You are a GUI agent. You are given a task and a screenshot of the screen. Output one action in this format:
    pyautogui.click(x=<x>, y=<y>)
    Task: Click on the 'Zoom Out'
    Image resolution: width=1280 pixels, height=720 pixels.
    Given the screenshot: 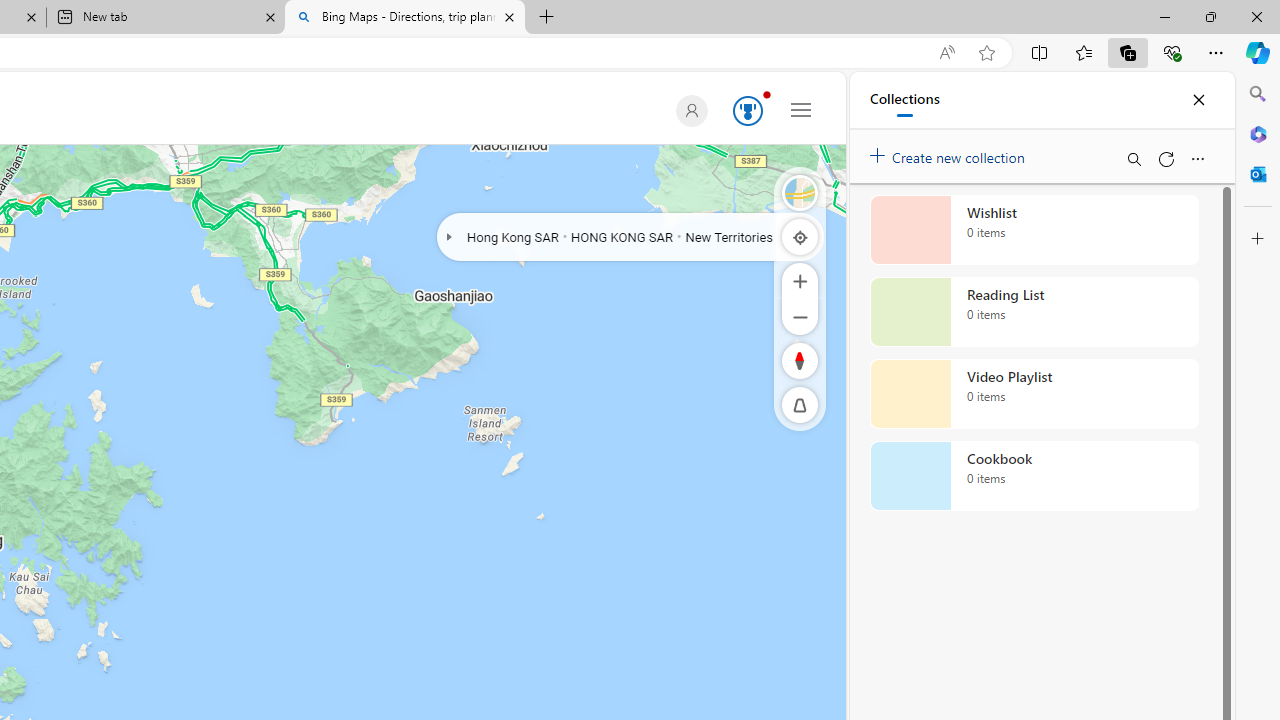 What is the action you would take?
    pyautogui.click(x=800, y=315)
    